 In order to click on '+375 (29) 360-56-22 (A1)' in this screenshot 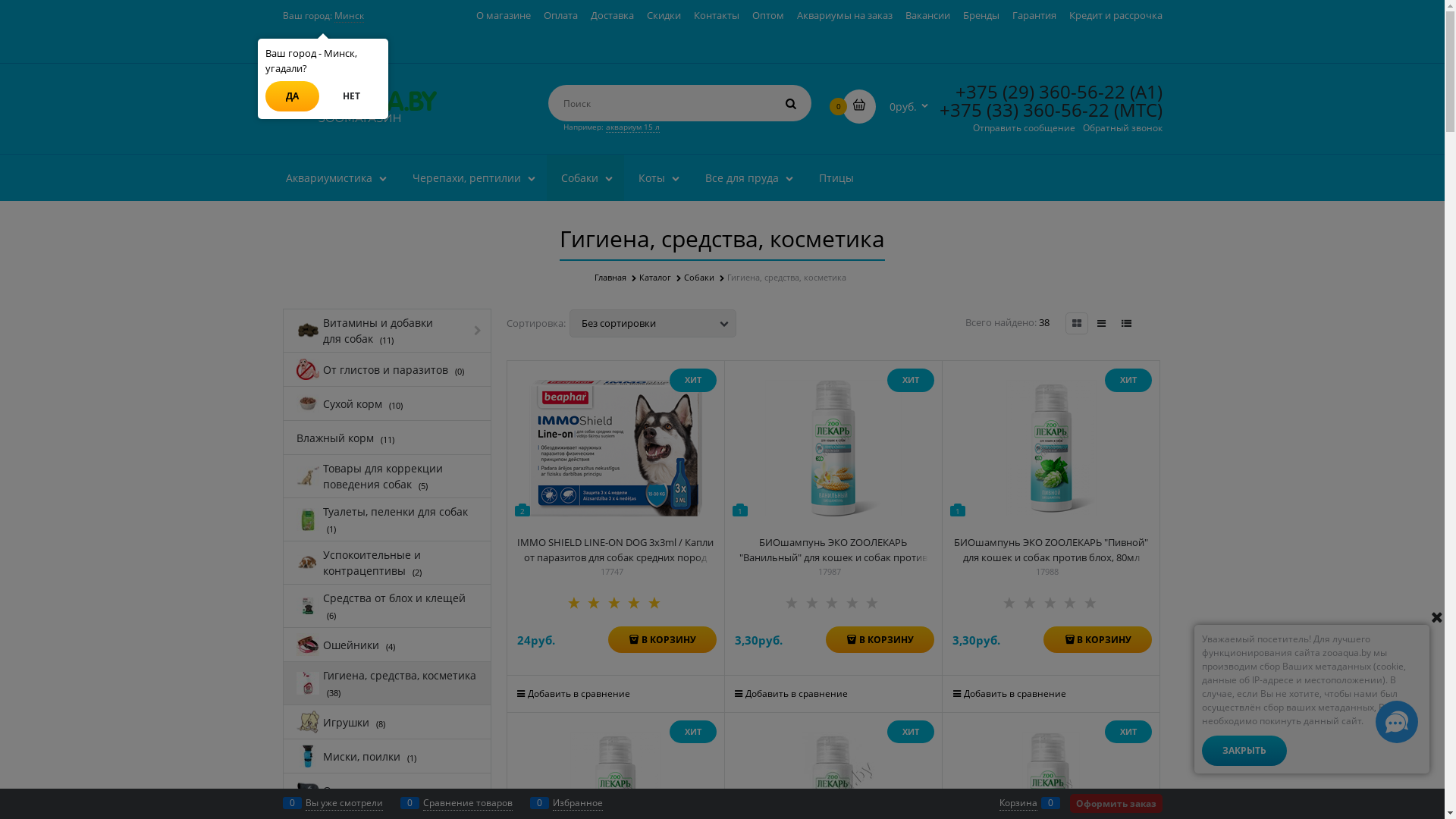, I will do `click(954, 91)`.